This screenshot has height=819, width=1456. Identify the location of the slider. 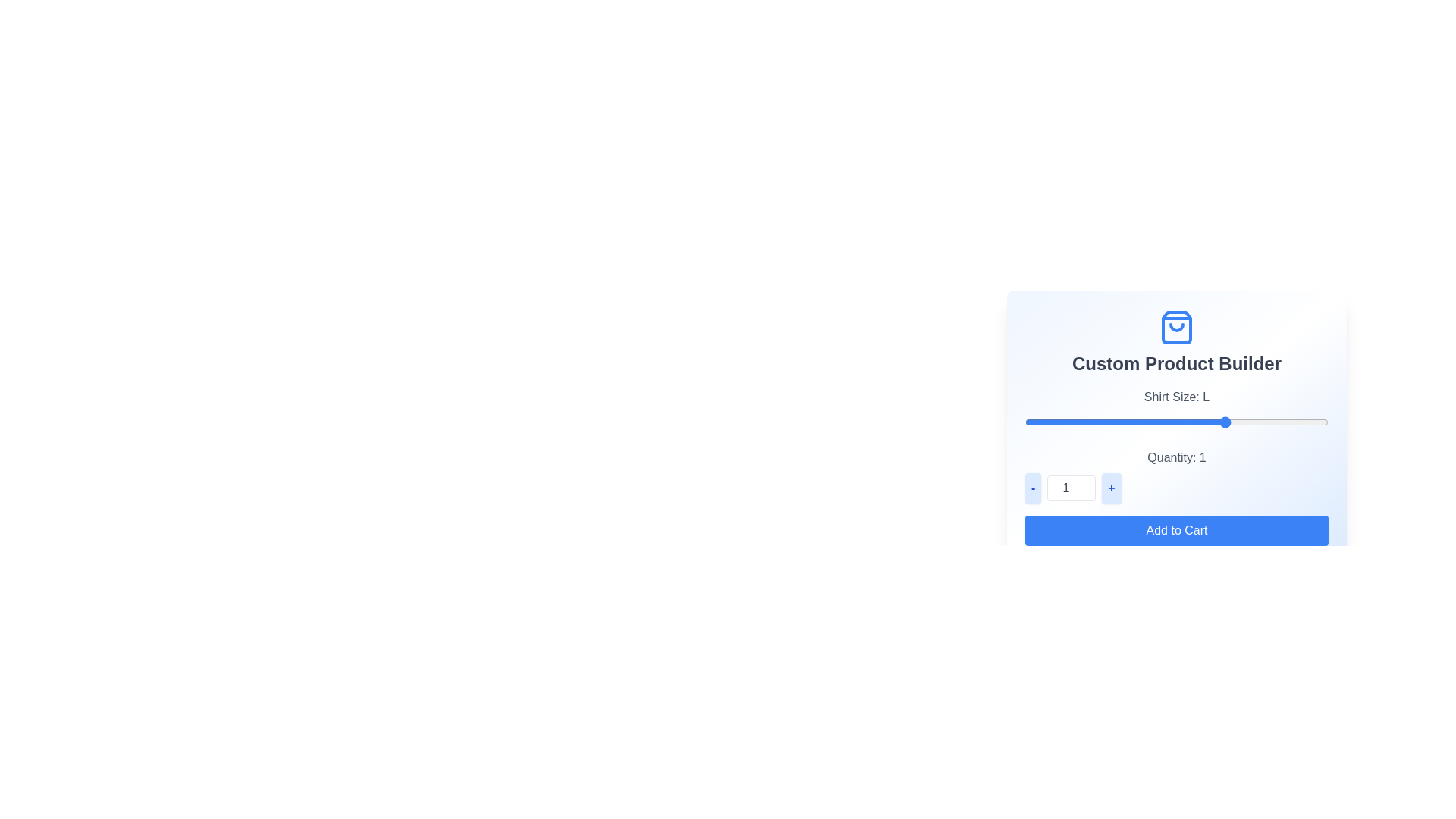
(1025, 422).